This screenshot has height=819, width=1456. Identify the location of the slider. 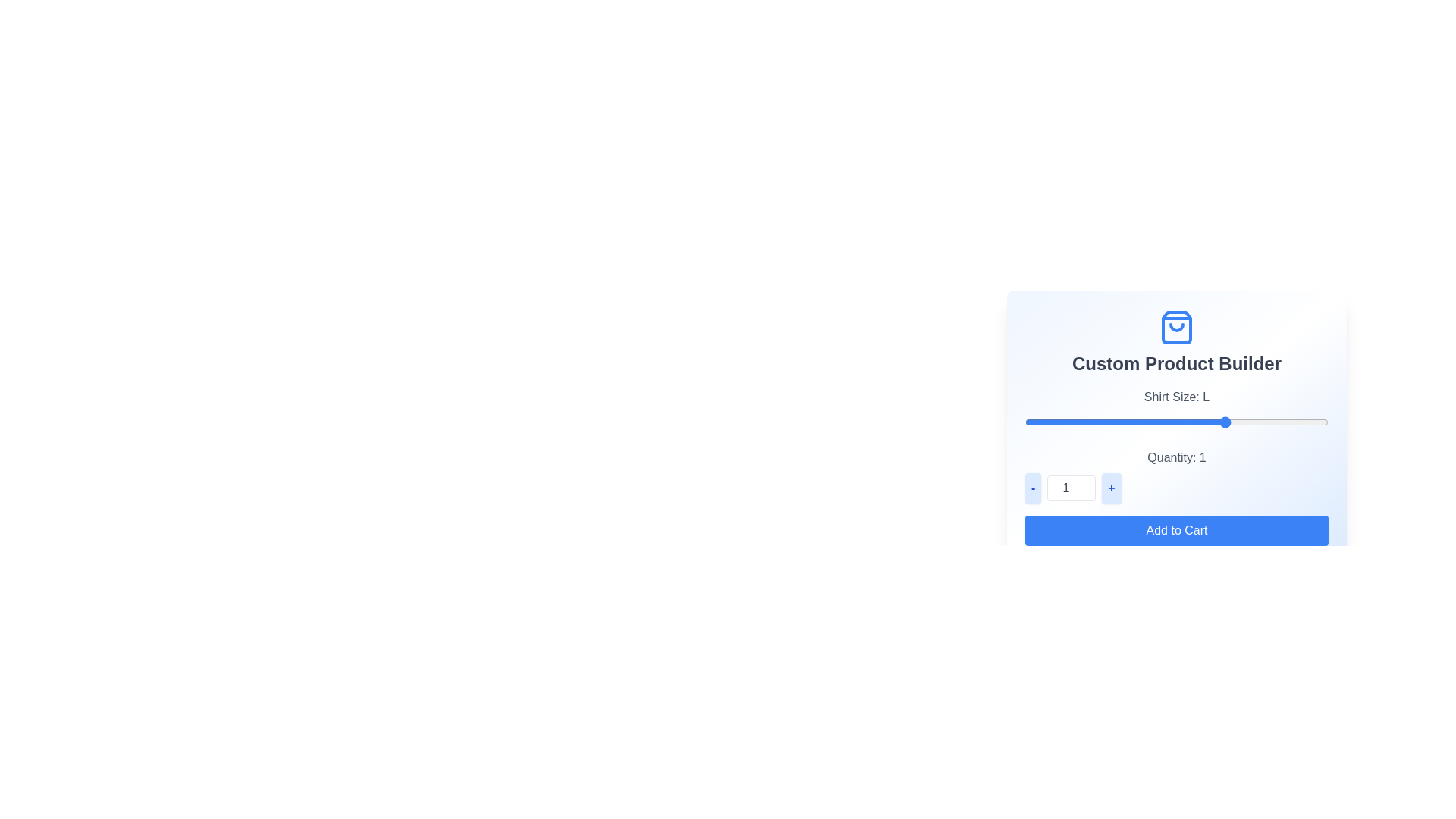
(1025, 422).